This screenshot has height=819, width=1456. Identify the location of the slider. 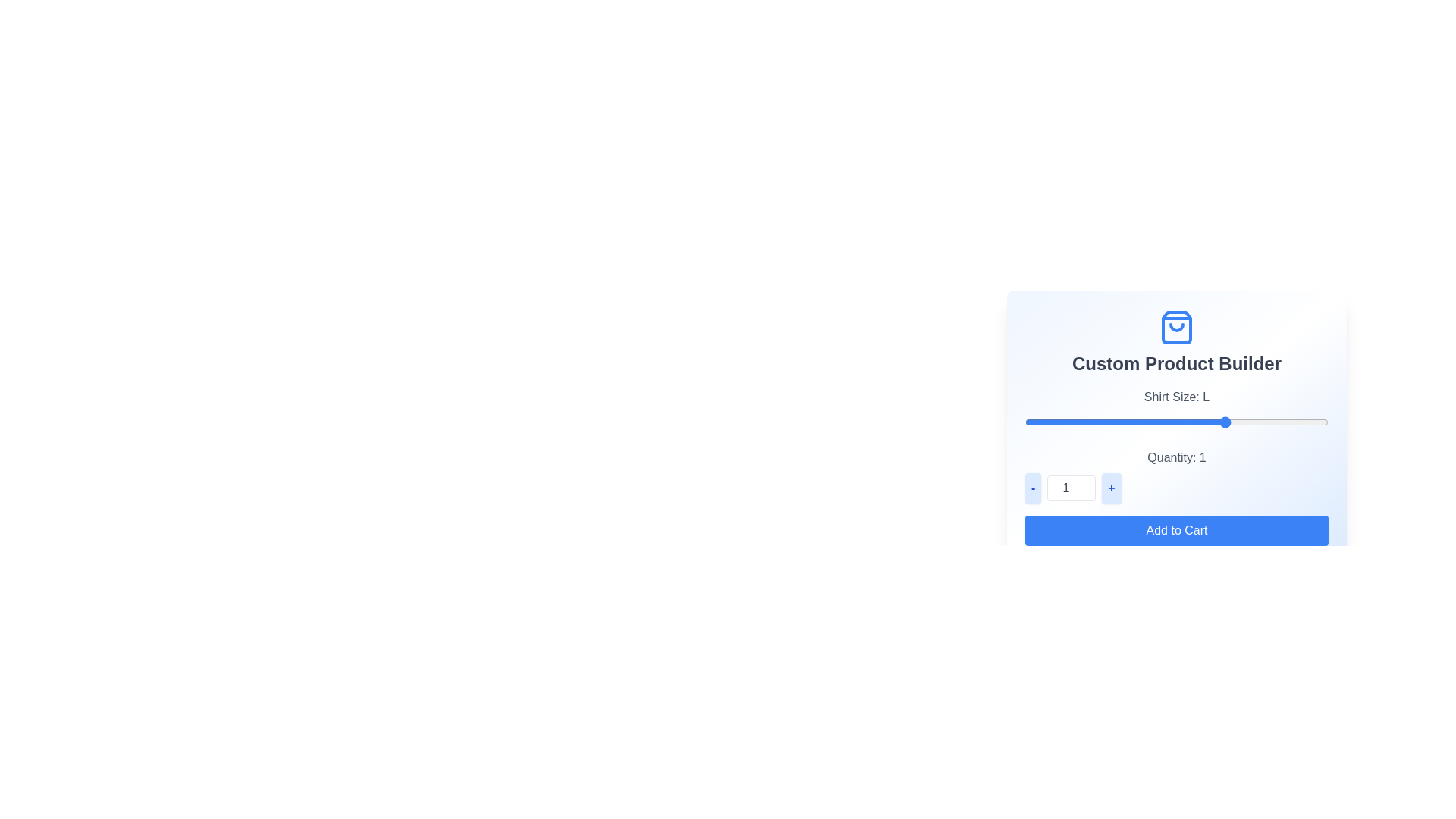
(1025, 422).